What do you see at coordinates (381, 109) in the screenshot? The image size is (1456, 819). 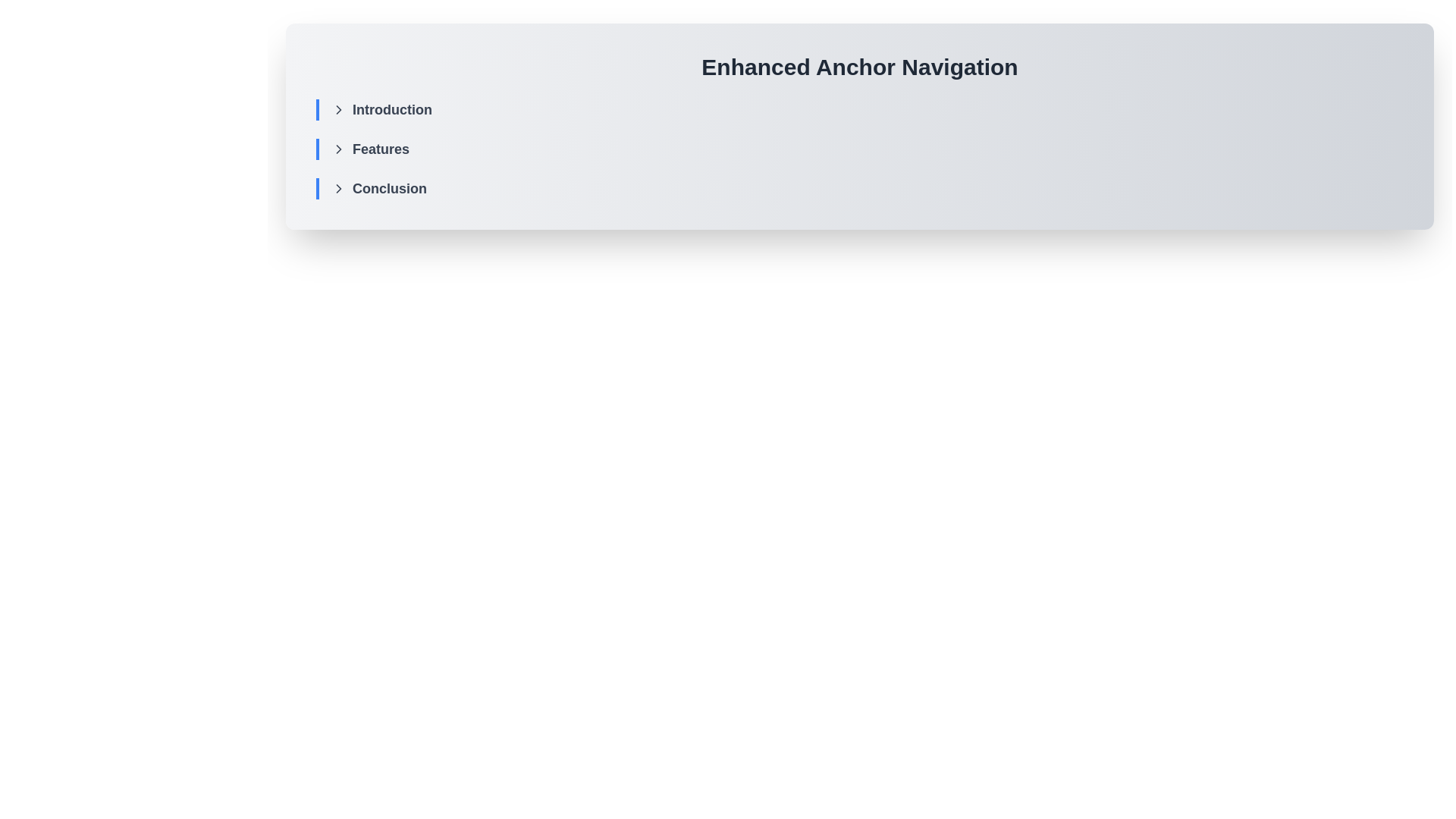 I see `the navigation link titled 'Introduction' to highlight it` at bounding box center [381, 109].